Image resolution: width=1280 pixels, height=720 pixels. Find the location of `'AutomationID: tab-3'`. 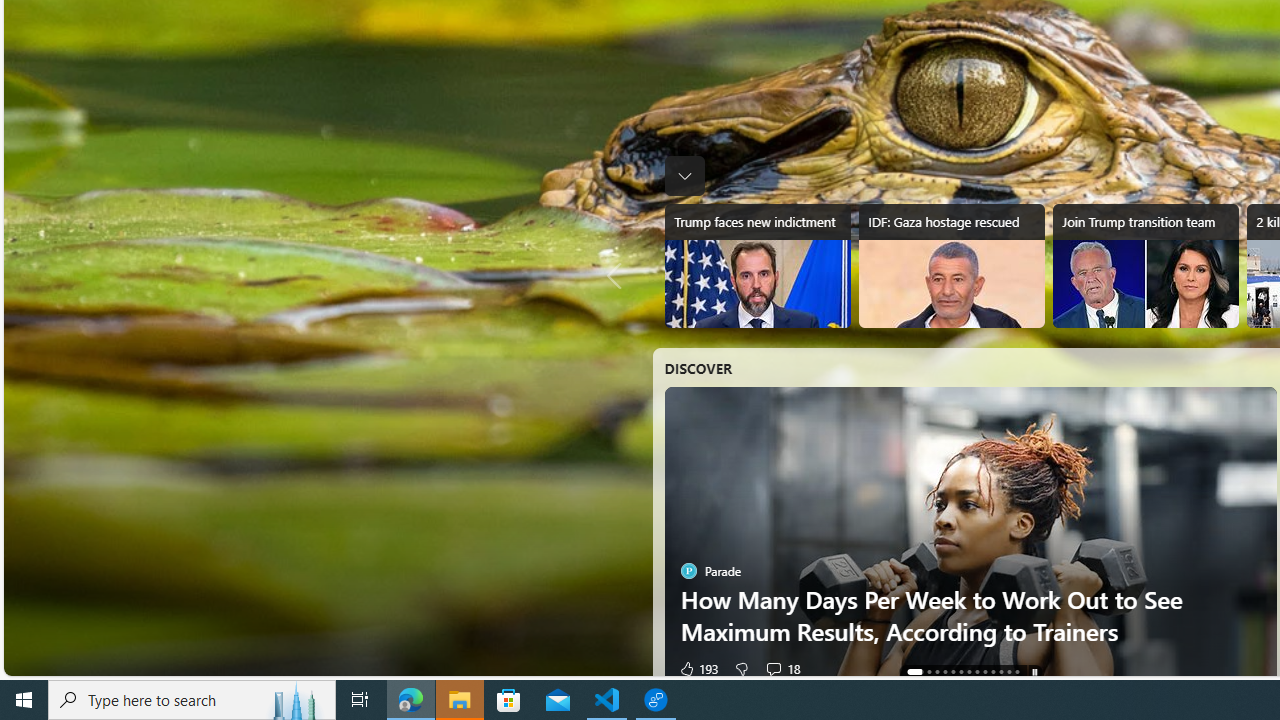

'AutomationID: tab-3' is located at coordinates (943, 672).